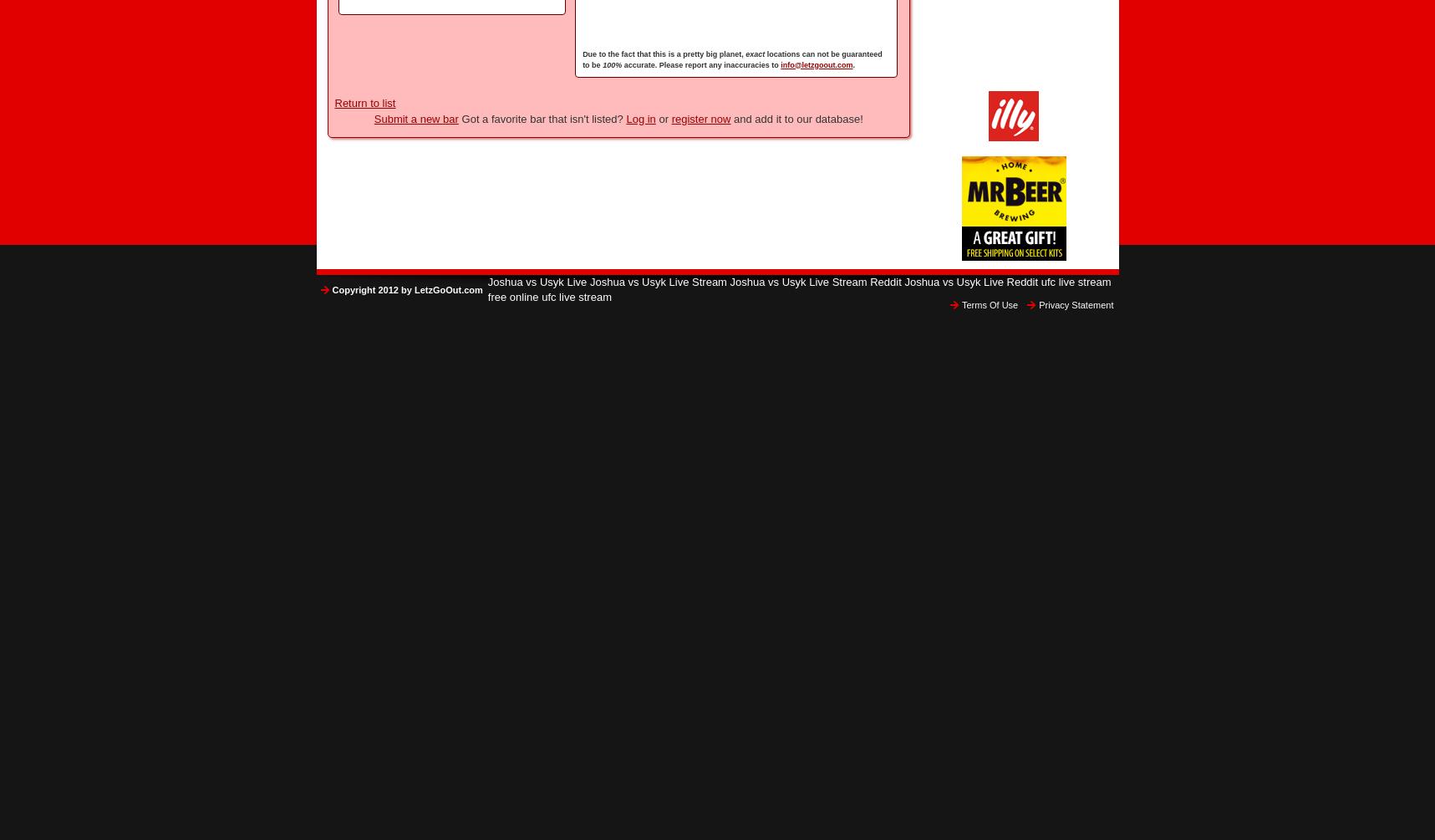 This screenshot has width=1435, height=840. I want to click on 'exact', so click(755, 53).